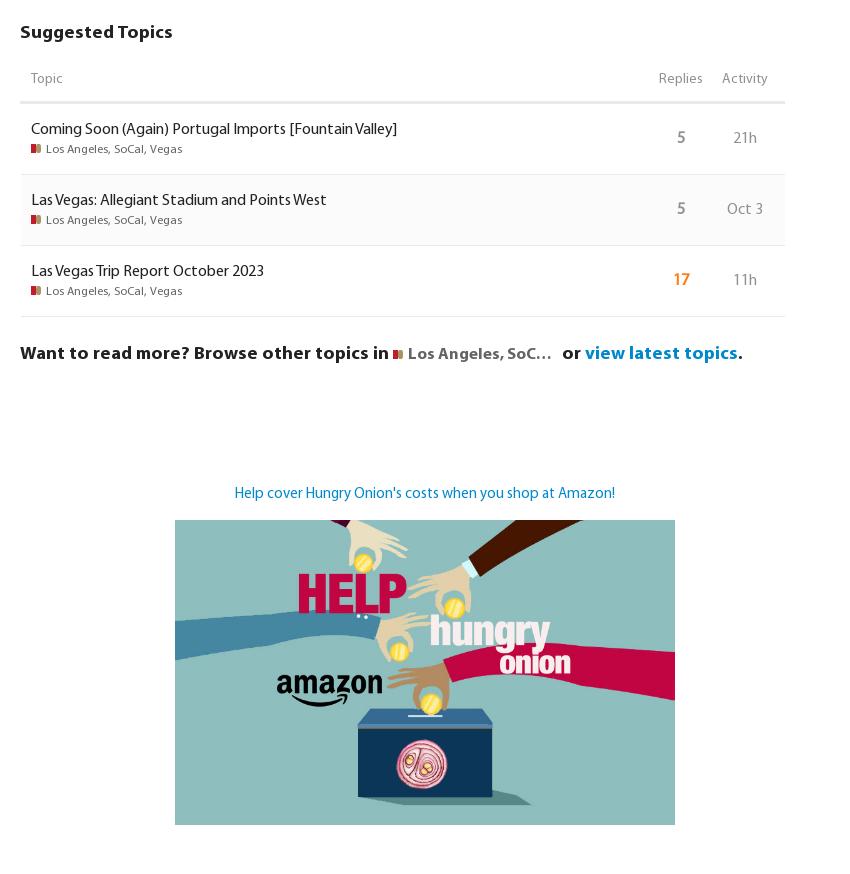  Describe the element at coordinates (571, 352) in the screenshot. I see `'or'` at that location.